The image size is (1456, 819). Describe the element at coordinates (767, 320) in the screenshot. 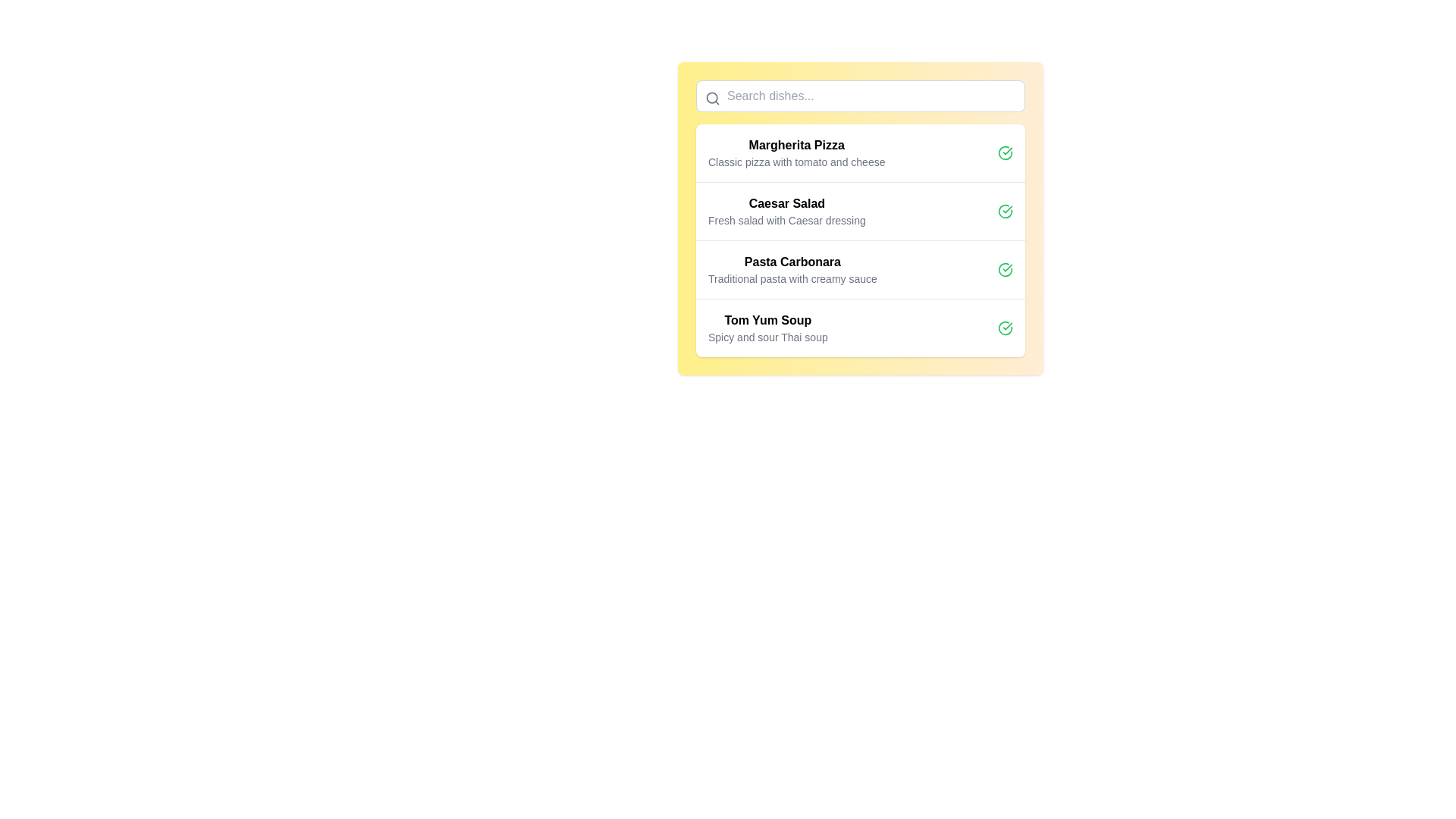

I see `the Label element that displays 'Tom Yum Soup', which is styled with a bold font and positioned above the description 'Spicy and sour Thai soup' in the fourth list item` at that location.